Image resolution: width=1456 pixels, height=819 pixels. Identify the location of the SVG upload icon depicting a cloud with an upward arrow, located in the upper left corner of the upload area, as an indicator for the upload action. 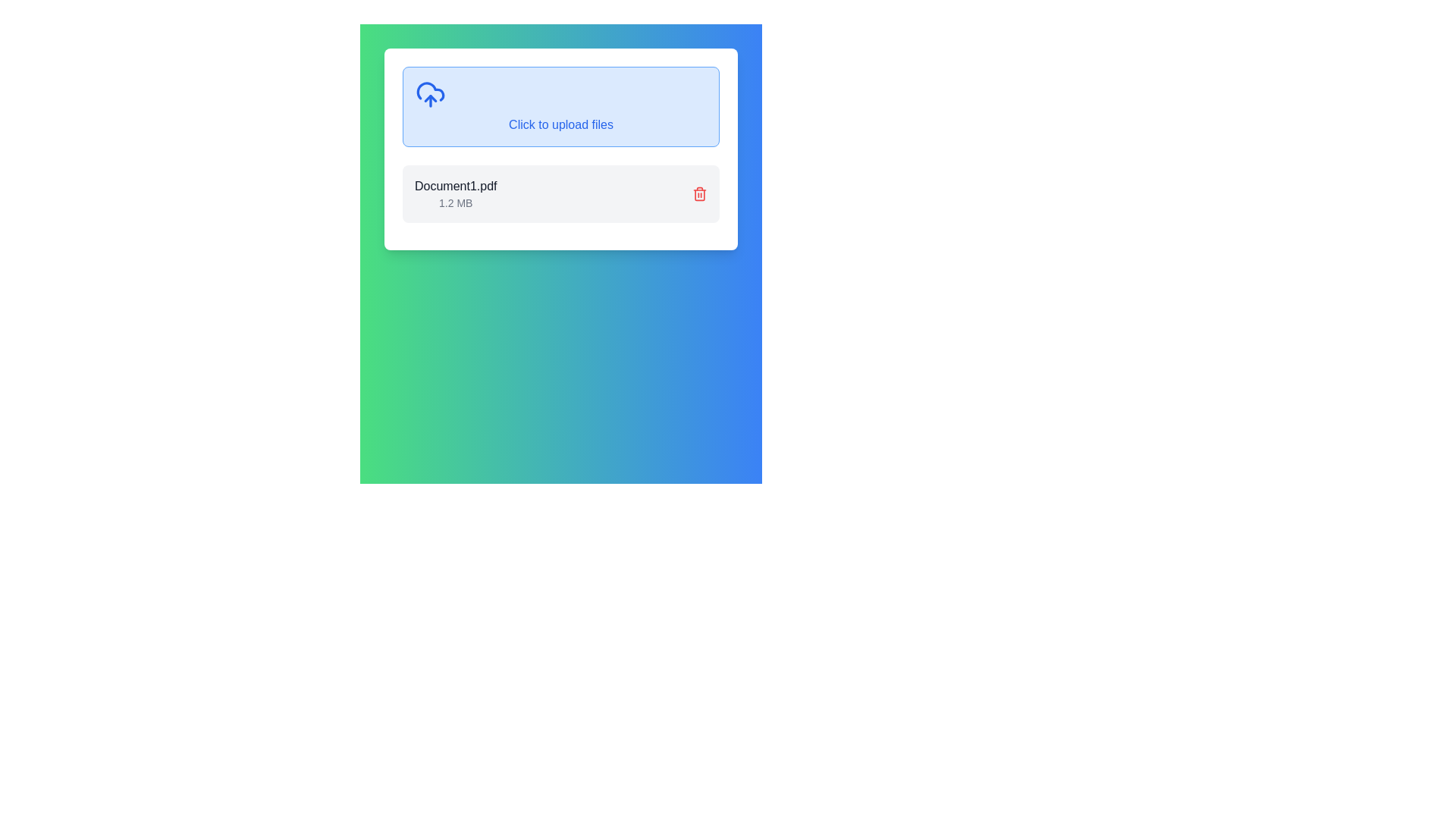
(429, 94).